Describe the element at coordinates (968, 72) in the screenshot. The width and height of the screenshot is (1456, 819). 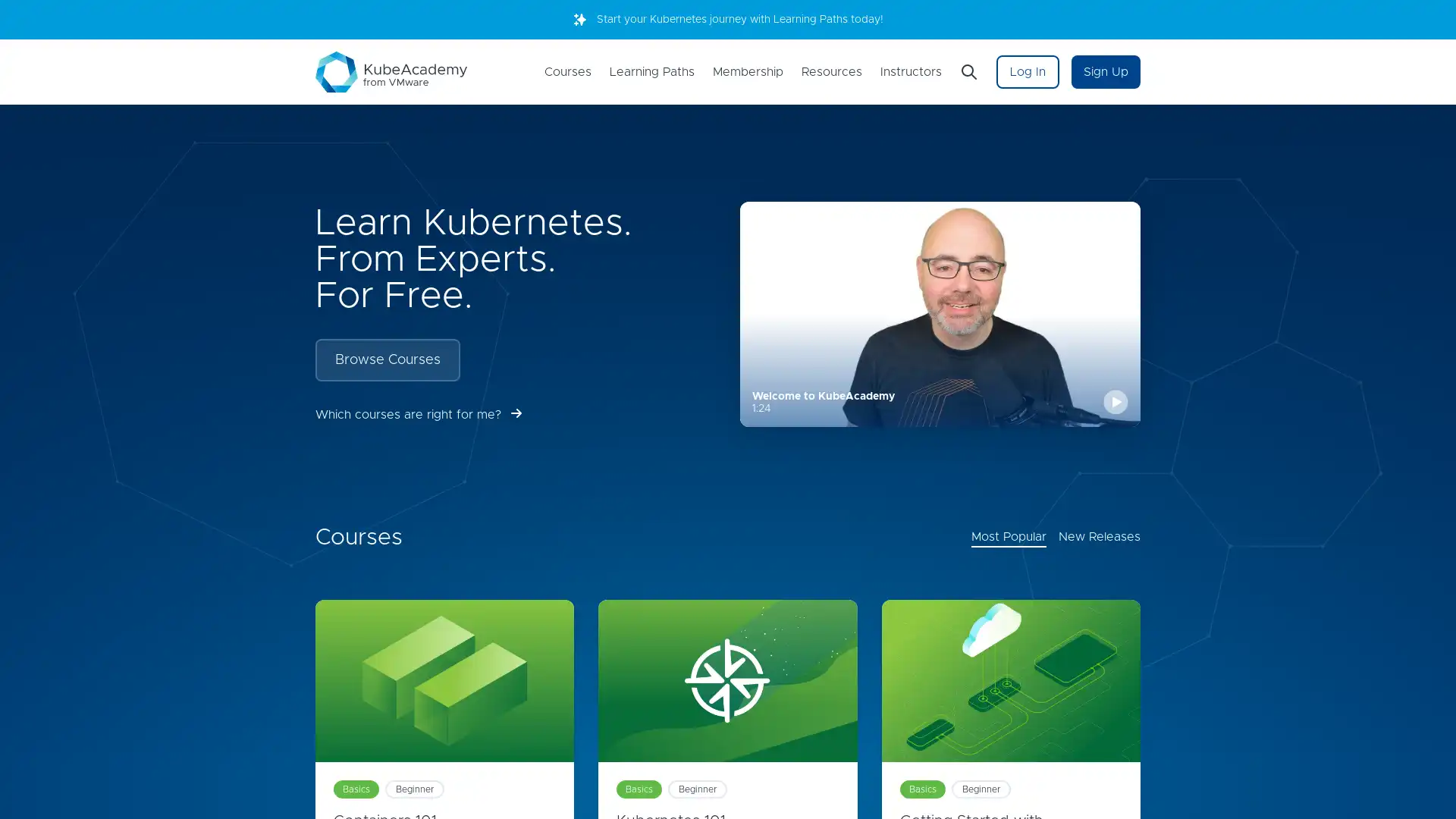
I see `Toggle Search` at that location.